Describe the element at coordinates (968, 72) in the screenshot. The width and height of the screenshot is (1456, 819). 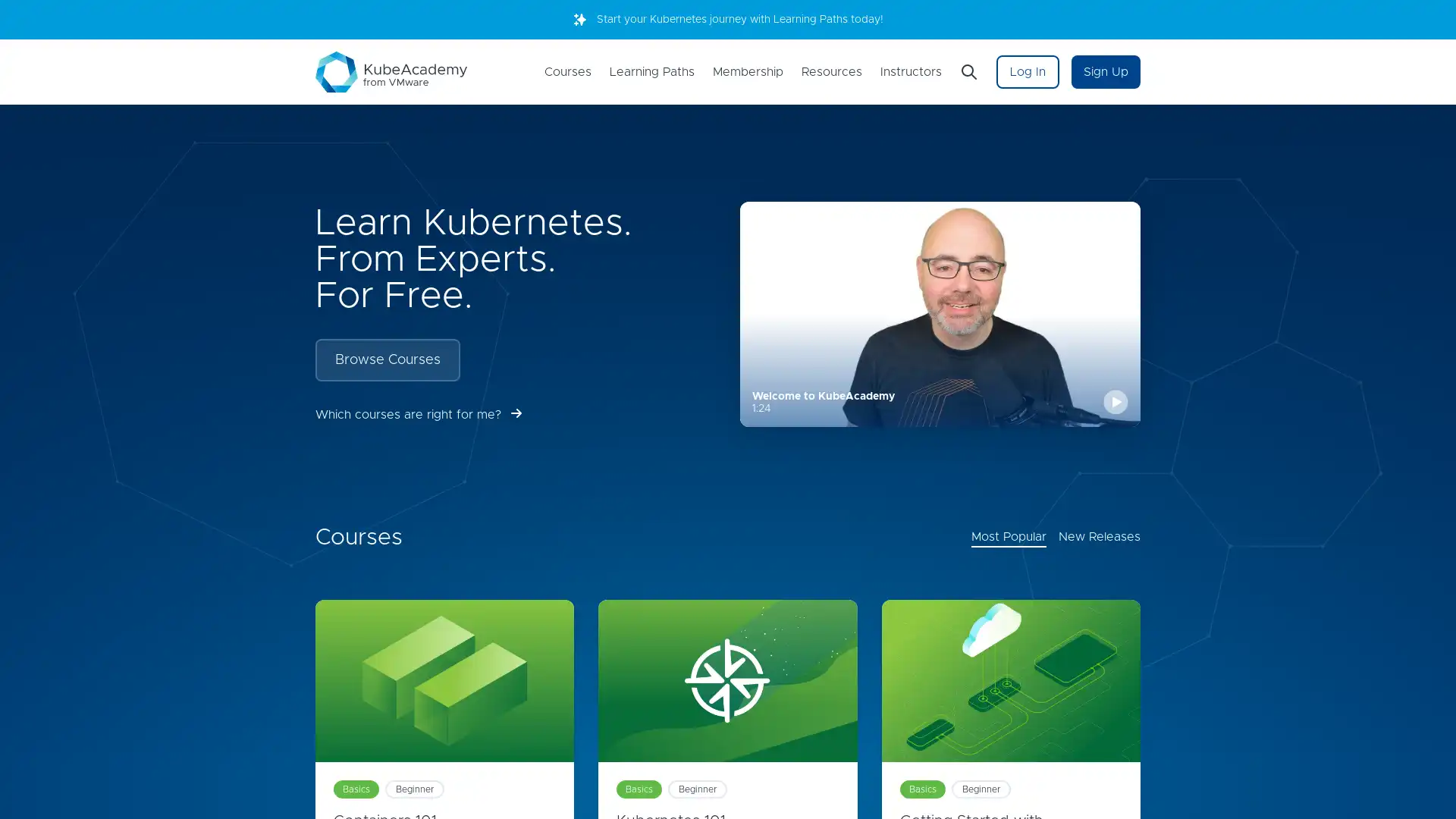
I see `Toggle Search` at that location.